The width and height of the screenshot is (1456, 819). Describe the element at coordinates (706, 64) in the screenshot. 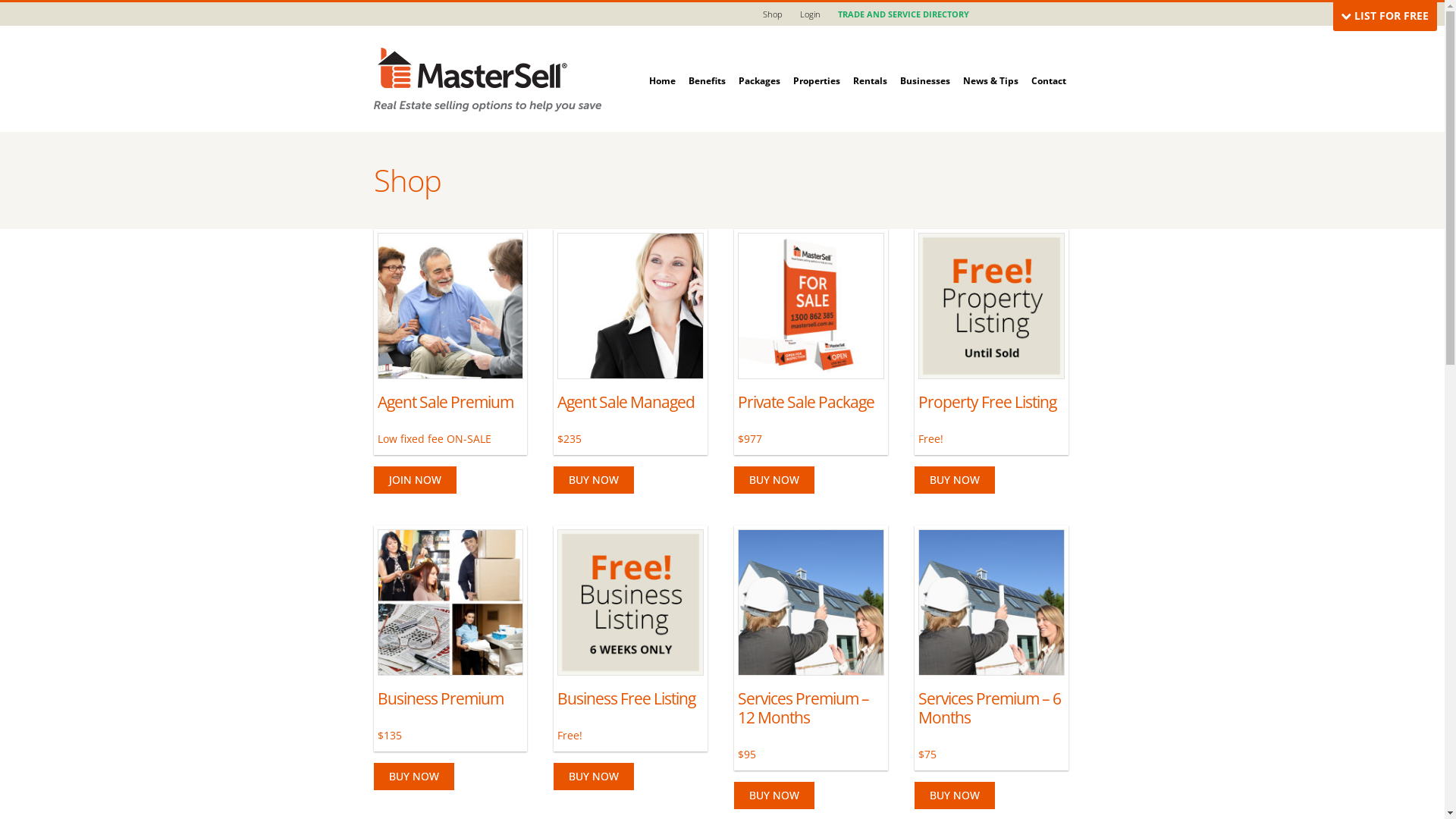

I see `'Benefits'` at that location.